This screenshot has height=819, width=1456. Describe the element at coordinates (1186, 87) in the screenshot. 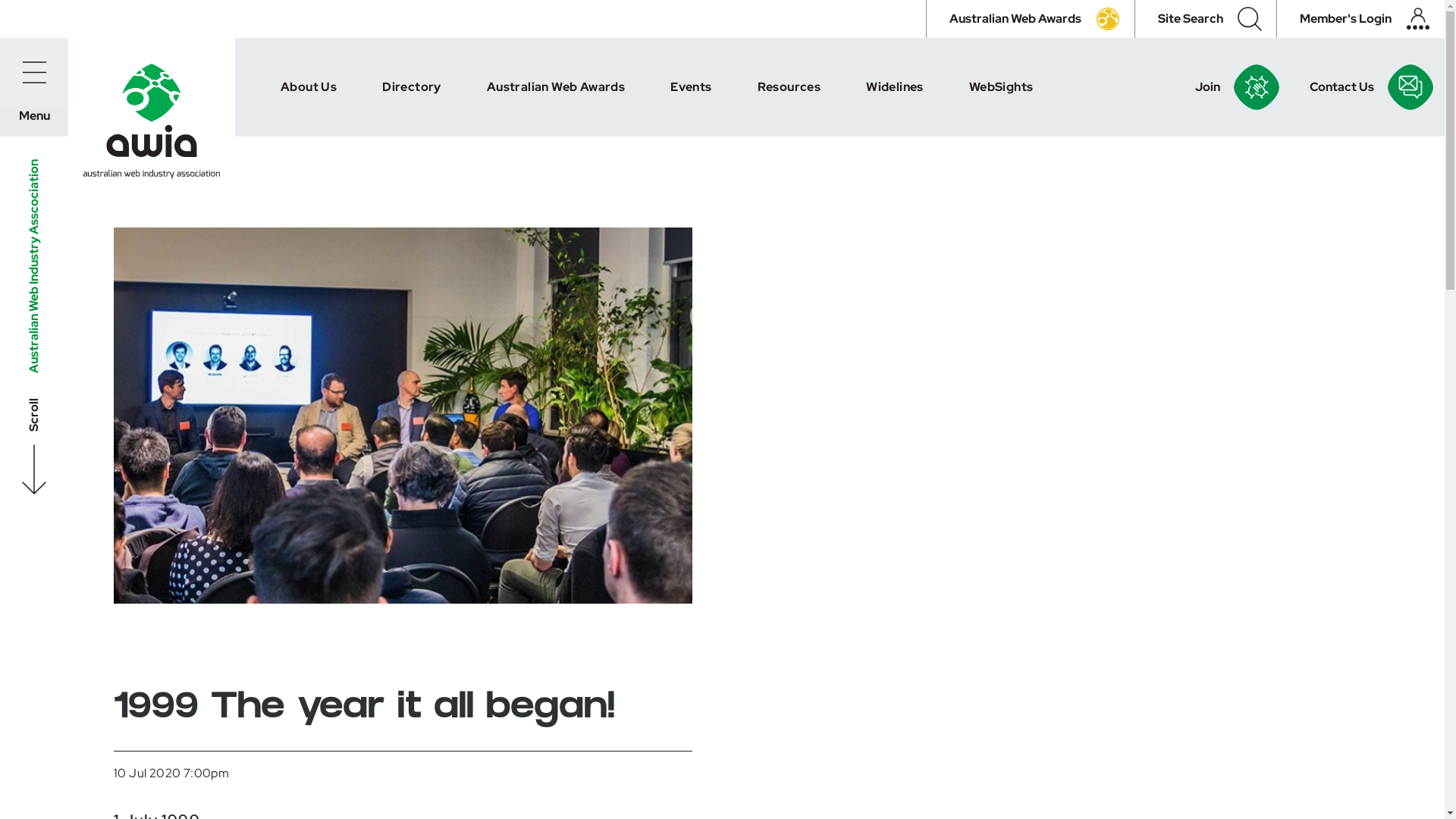

I see `'Join'` at that location.